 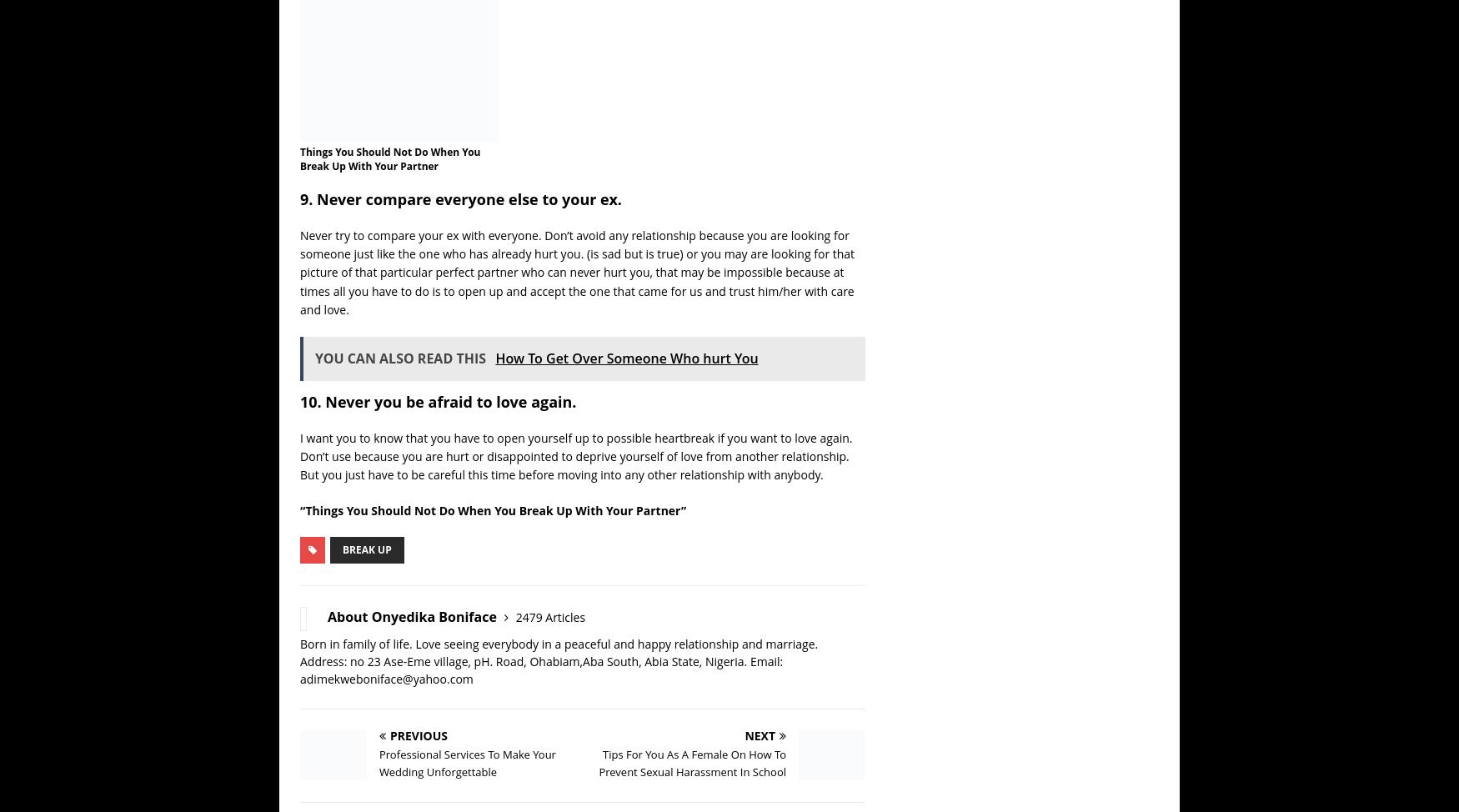 What do you see at coordinates (590, 616) in the screenshot?
I see `'2479 Articles'` at bounding box center [590, 616].